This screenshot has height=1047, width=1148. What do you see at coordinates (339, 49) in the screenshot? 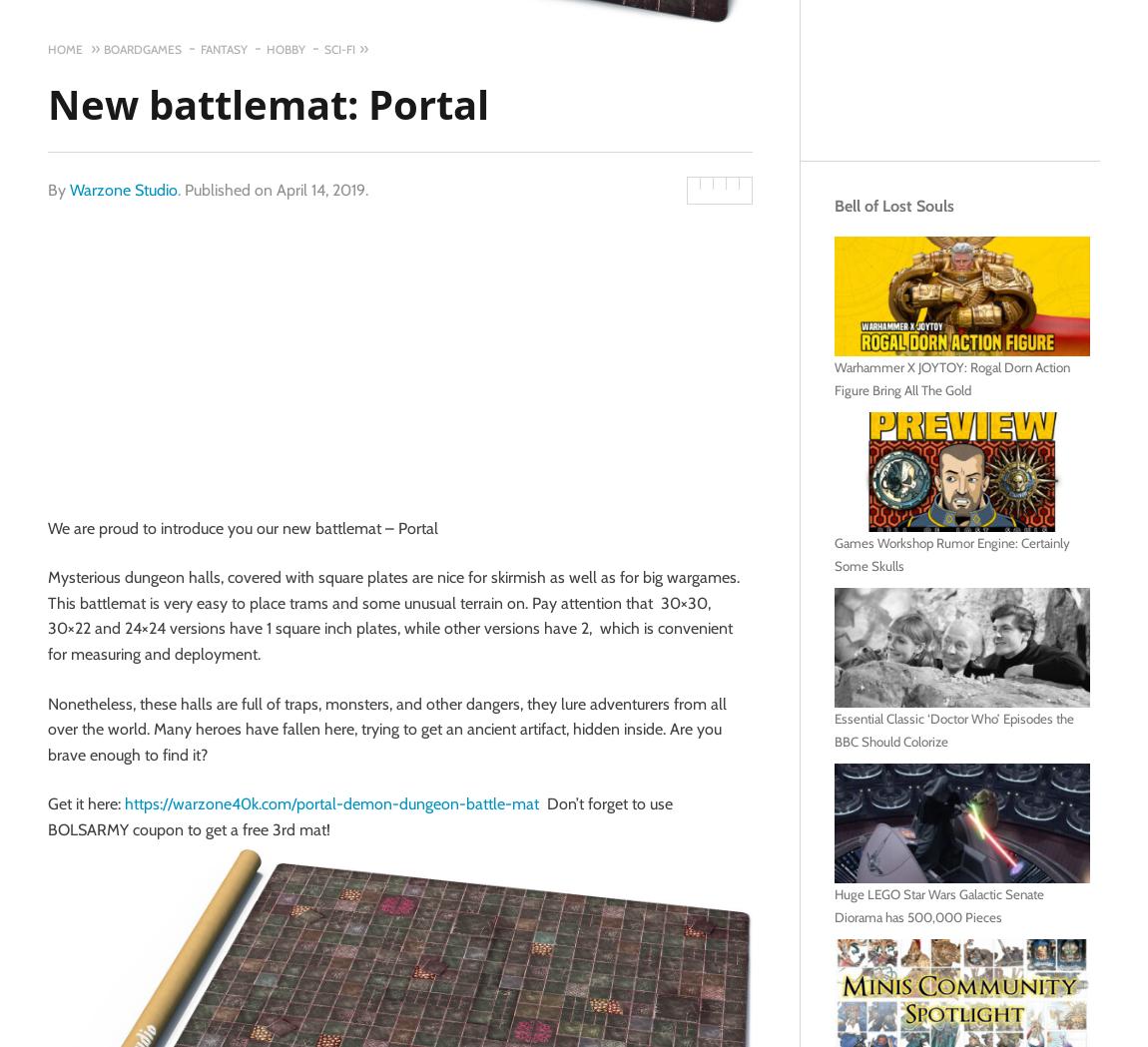
I see `'Sci-fi'` at bounding box center [339, 49].